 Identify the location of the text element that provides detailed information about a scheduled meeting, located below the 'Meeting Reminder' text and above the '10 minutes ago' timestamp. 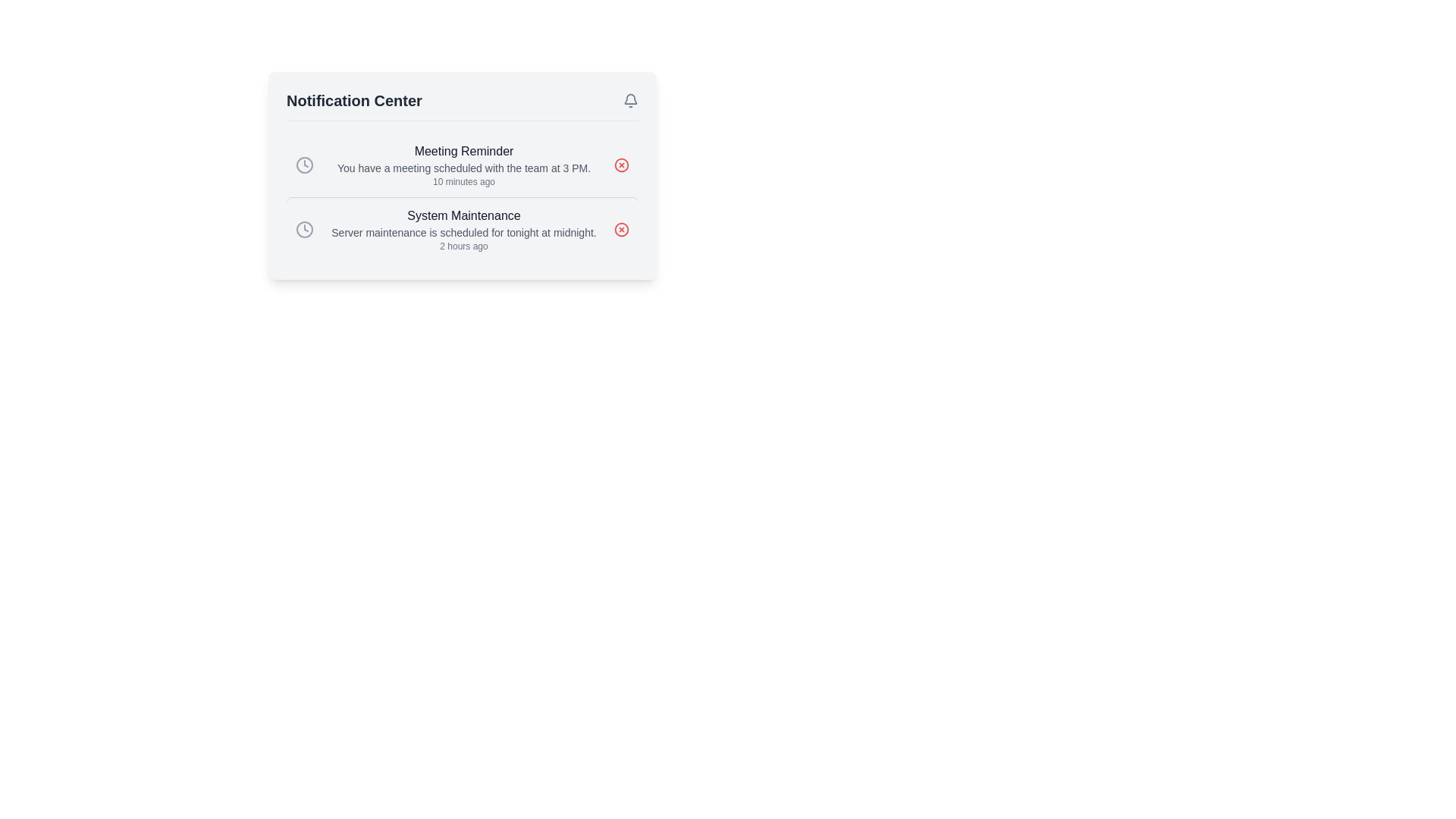
(463, 168).